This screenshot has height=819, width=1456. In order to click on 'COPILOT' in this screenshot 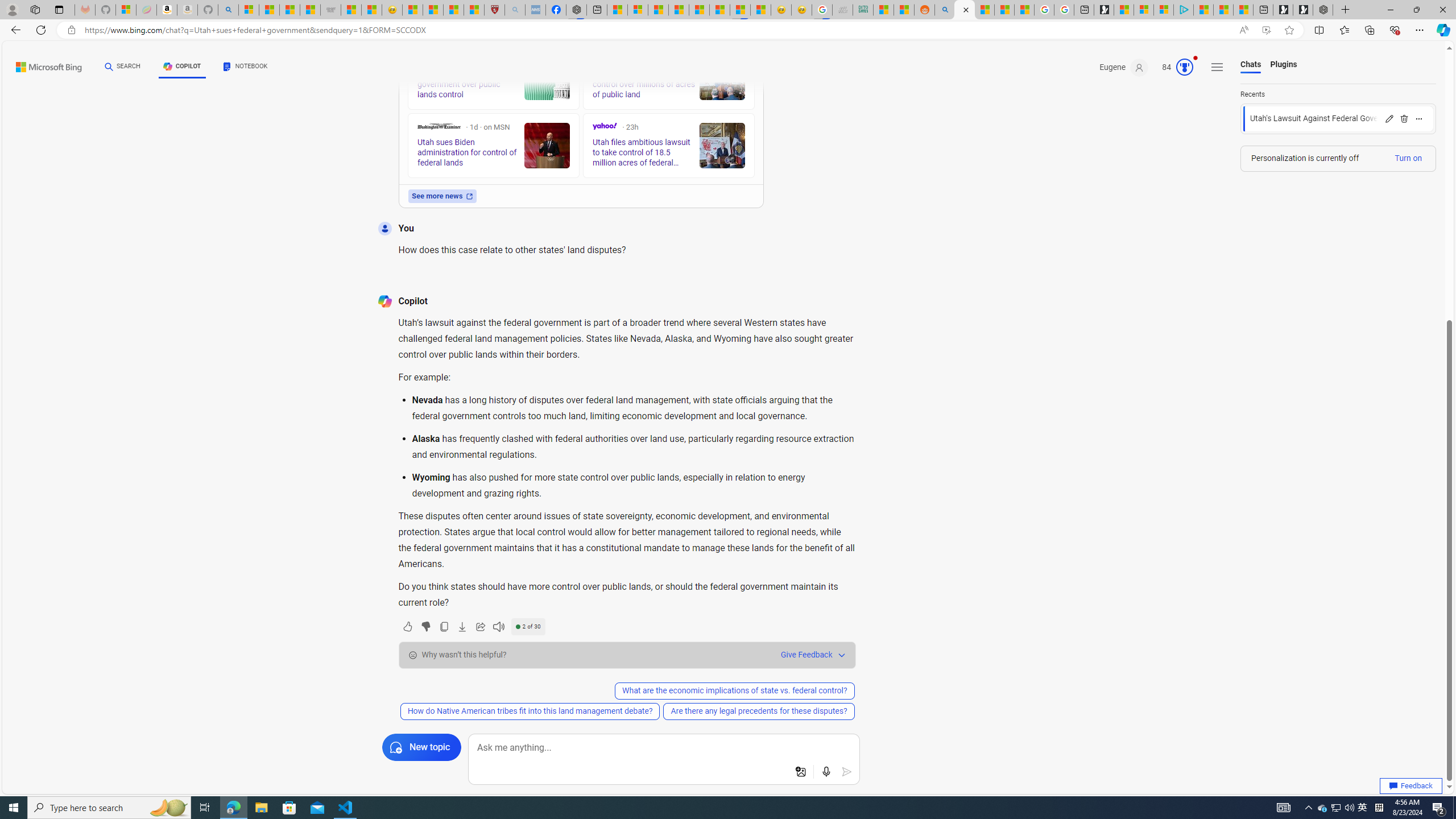, I will do `click(181, 66)`.